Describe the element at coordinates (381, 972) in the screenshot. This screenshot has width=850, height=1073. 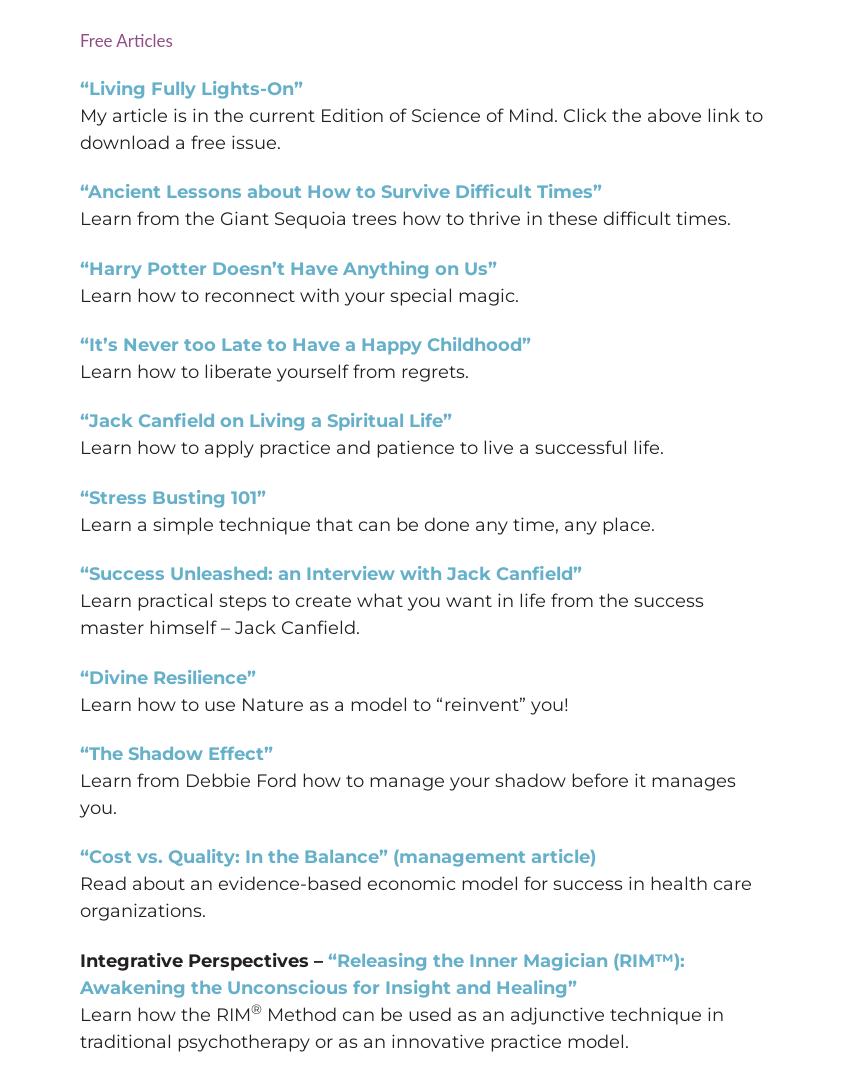
I see `'“Releasing the Inner Magician (RIM™): Awakening the Unconscious for Insight and Healing”'` at that location.